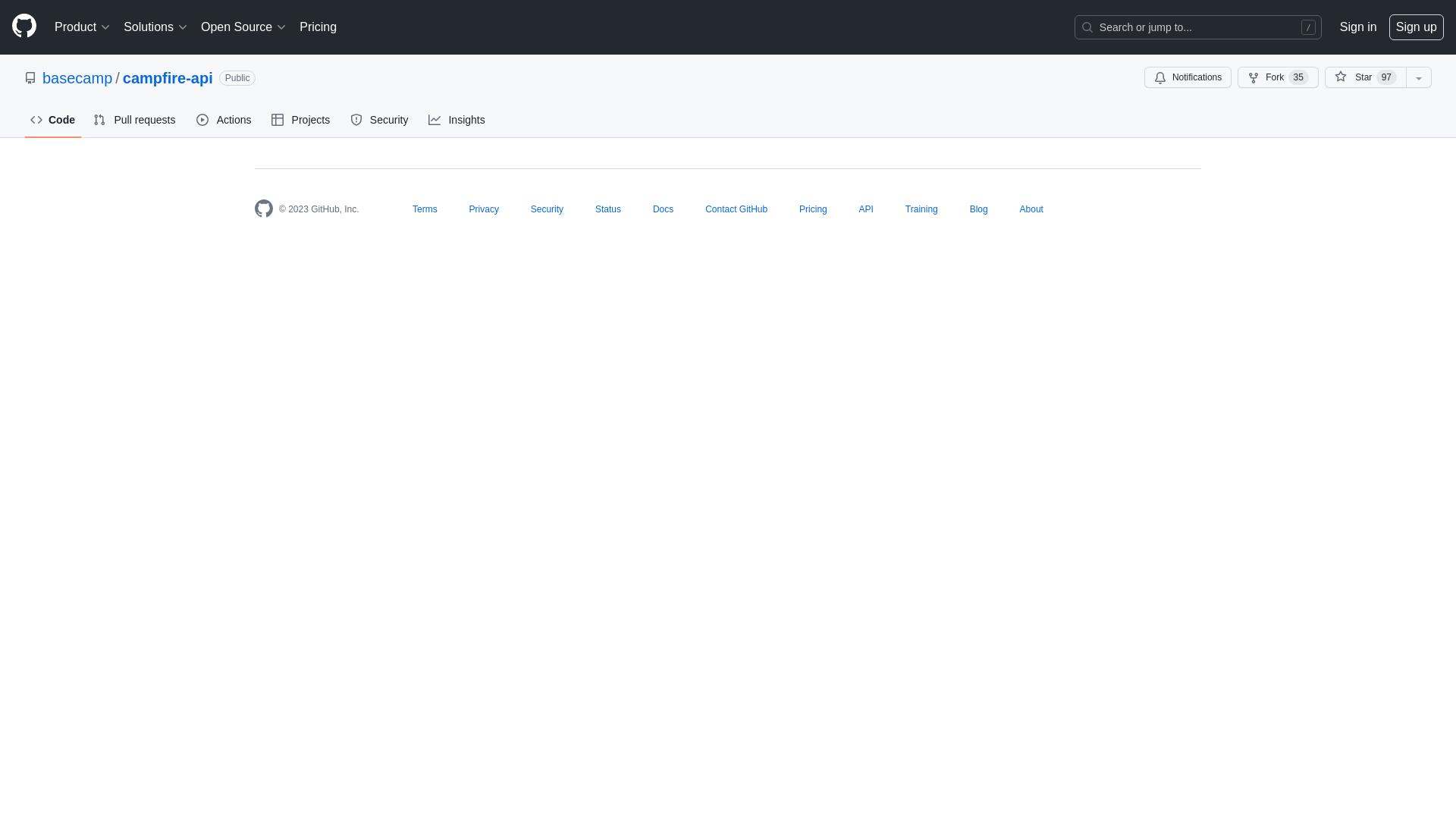 The width and height of the screenshot is (1456, 819). I want to click on 'Actions', so click(224, 119).